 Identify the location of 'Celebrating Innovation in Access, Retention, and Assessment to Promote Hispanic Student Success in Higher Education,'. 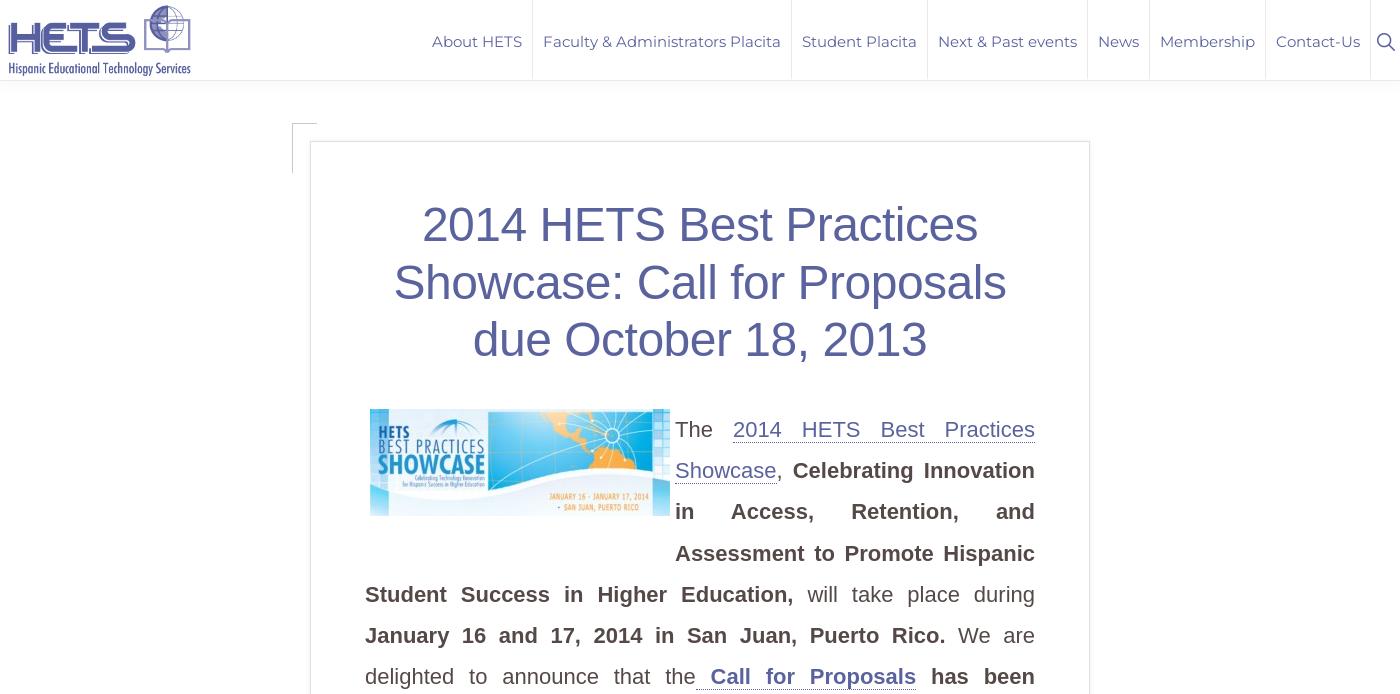
(364, 531).